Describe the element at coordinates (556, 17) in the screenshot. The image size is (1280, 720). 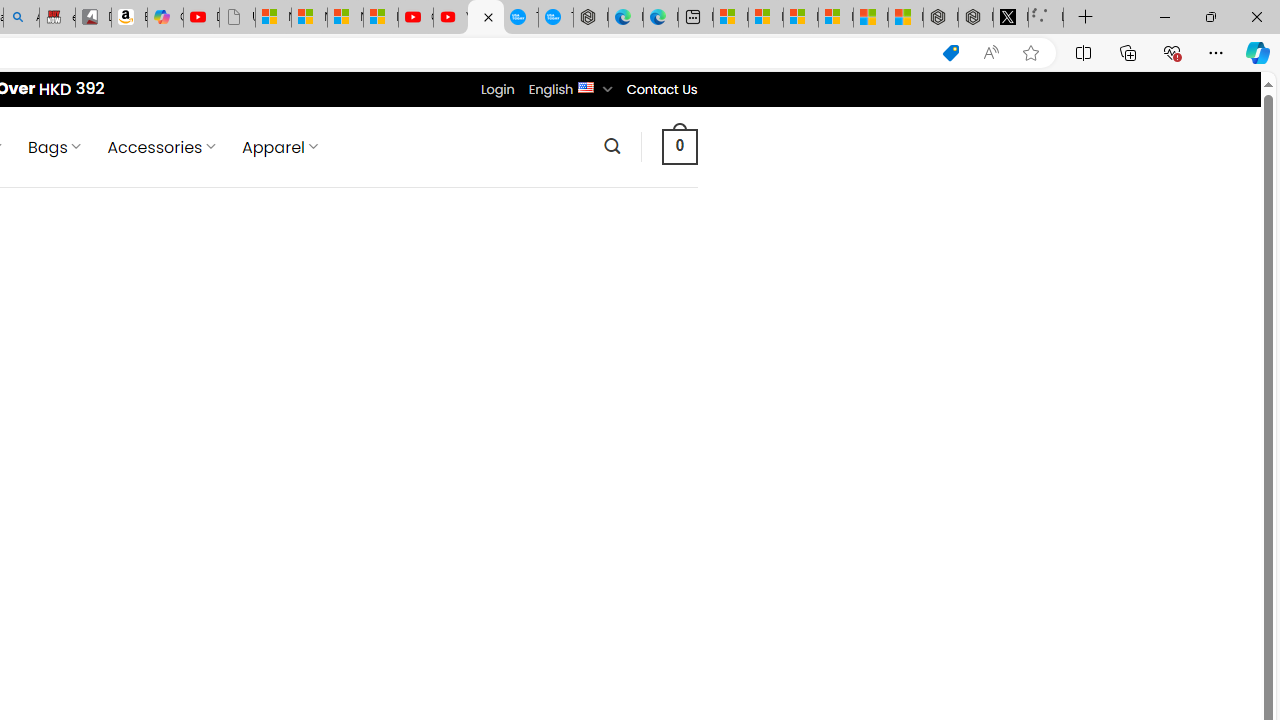
I see `'The most popular Google '` at that location.